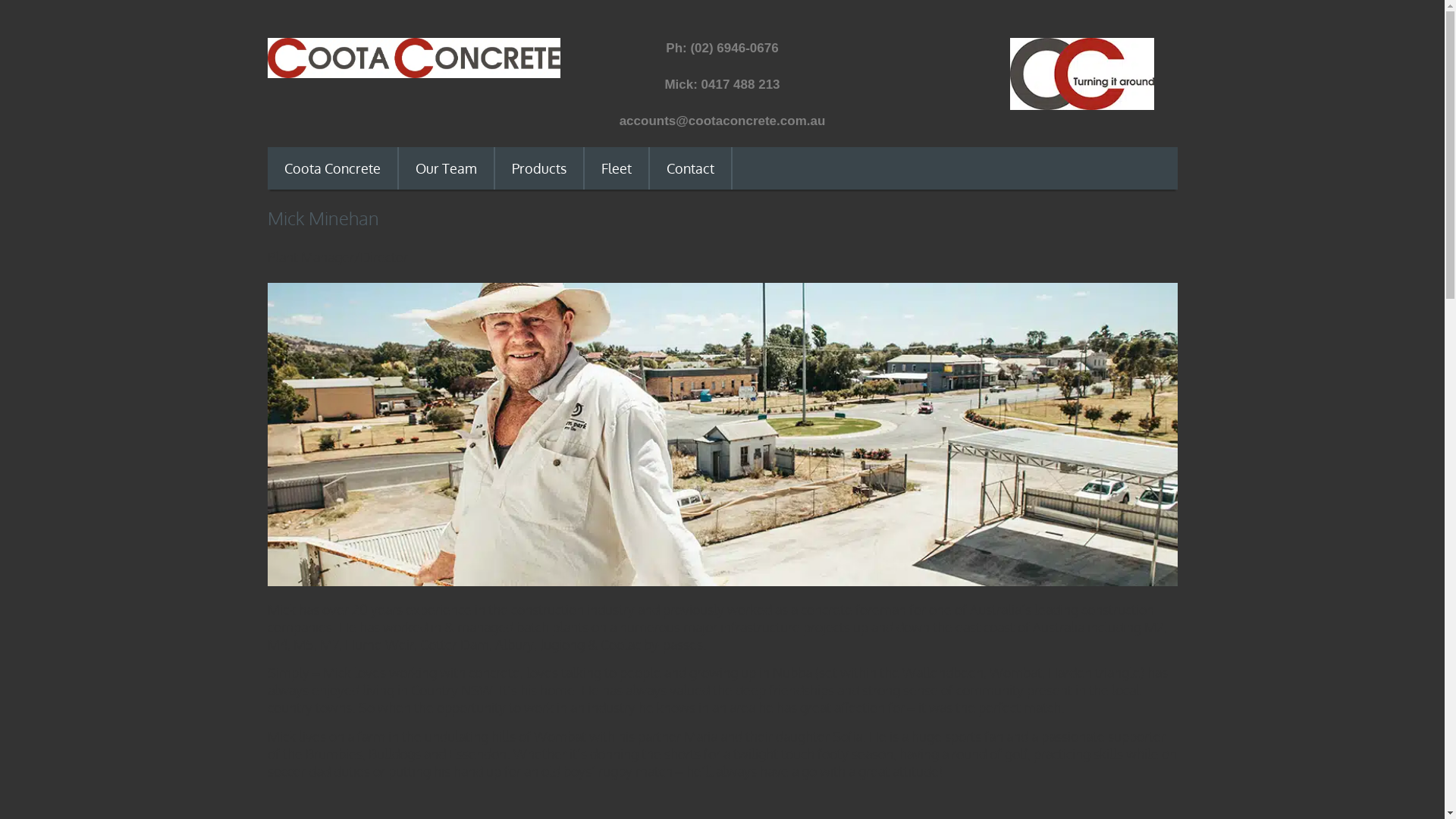 The image size is (1456, 819). I want to click on 'Our Team', so click(445, 168).